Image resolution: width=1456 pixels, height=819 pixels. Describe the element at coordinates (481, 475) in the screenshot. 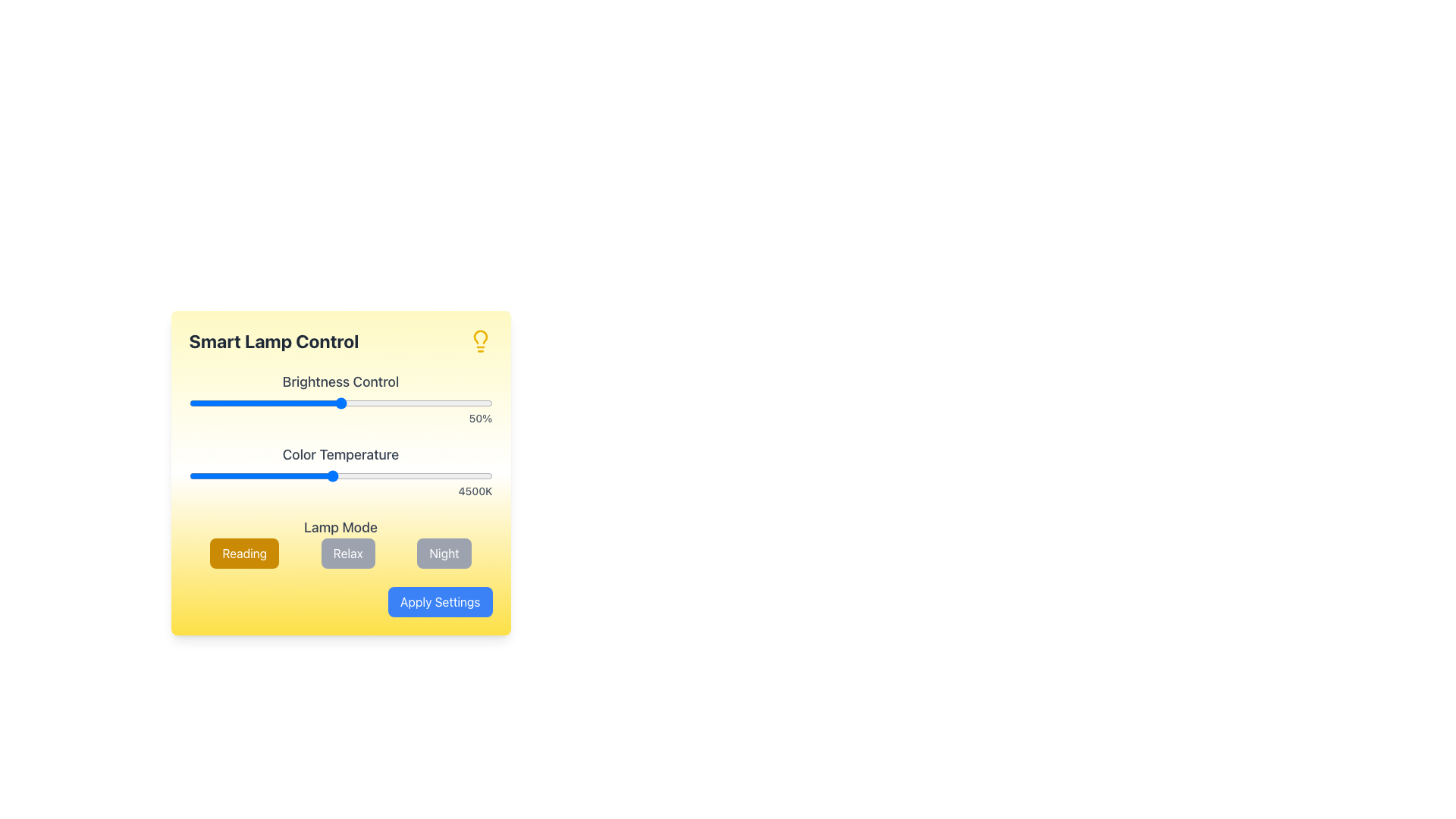

I see `the color temperature` at that location.